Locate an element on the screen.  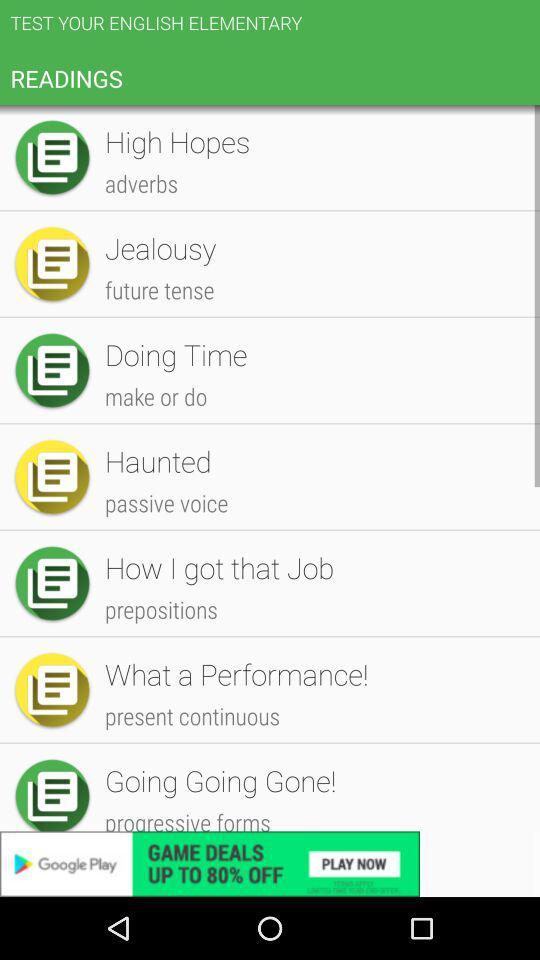
the help is located at coordinates (312, 865).